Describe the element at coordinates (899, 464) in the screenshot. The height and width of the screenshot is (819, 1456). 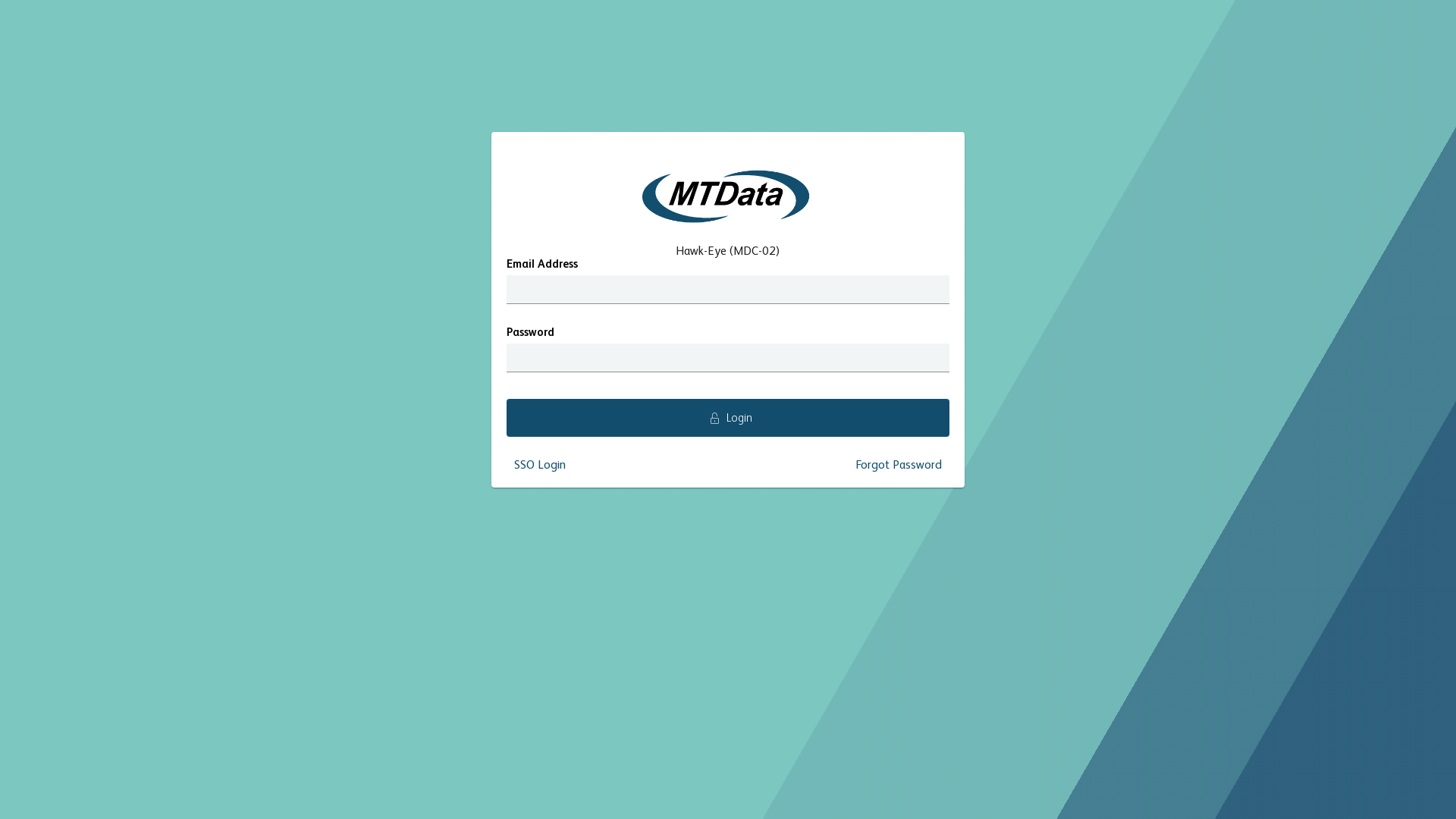
I see `'Forgot Password'` at that location.